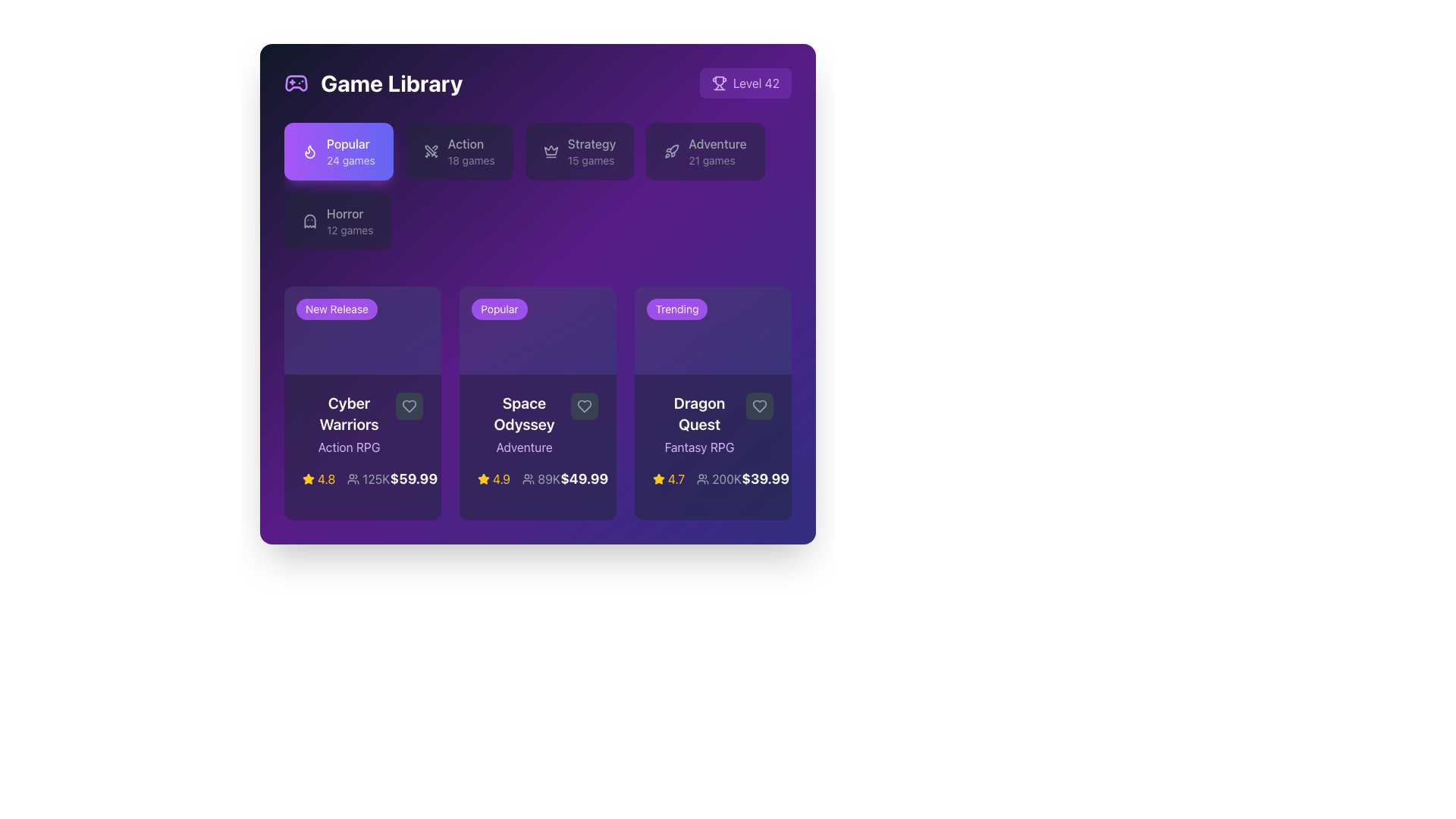 Image resolution: width=1456 pixels, height=819 pixels. Describe the element at coordinates (348, 447) in the screenshot. I see `the static text label that describes the genre or category associated with the game 'Cyber Warriors', located underneath the title within the first game card in the game library grid` at that location.